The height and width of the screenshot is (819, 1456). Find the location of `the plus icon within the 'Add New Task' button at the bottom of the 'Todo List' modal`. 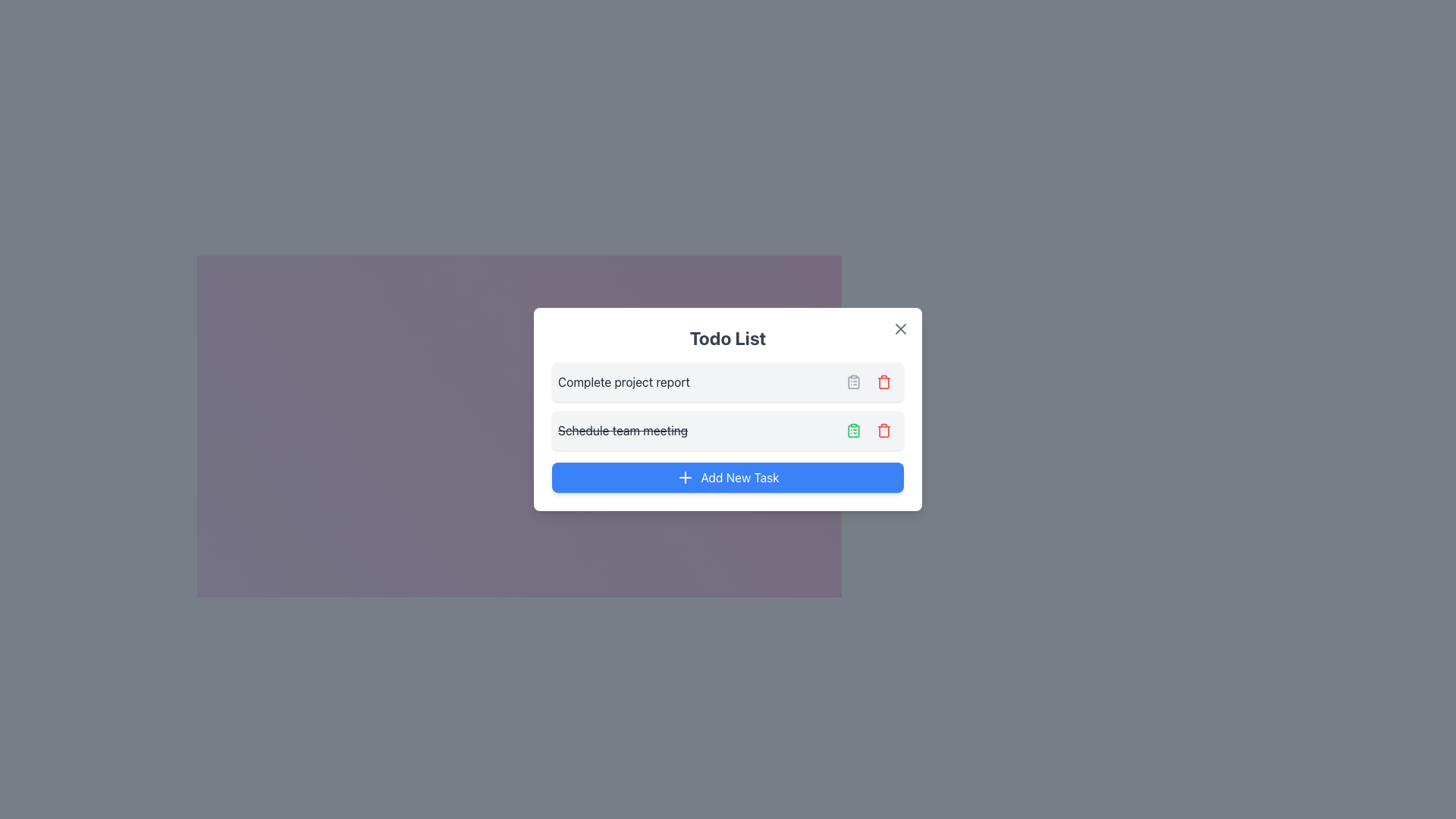

the plus icon within the 'Add New Task' button at the bottom of the 'Todo List' modal is located at coordinates (685, 476).